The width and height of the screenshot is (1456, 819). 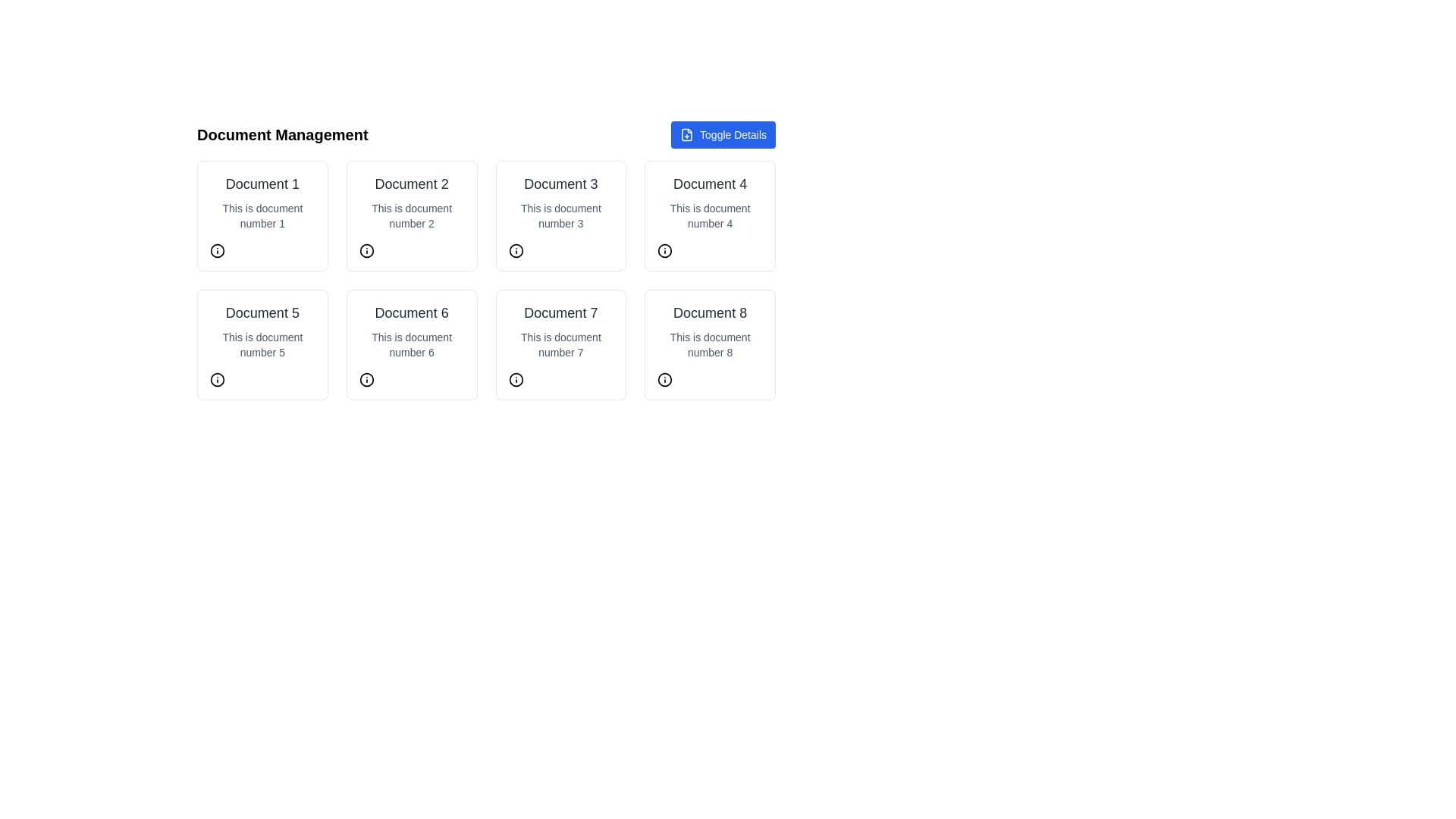 What do you see at coordinates (262, 216) in the screenshot?
I see `the first card representing 'Document 1'` at bounding box center [262, 216].